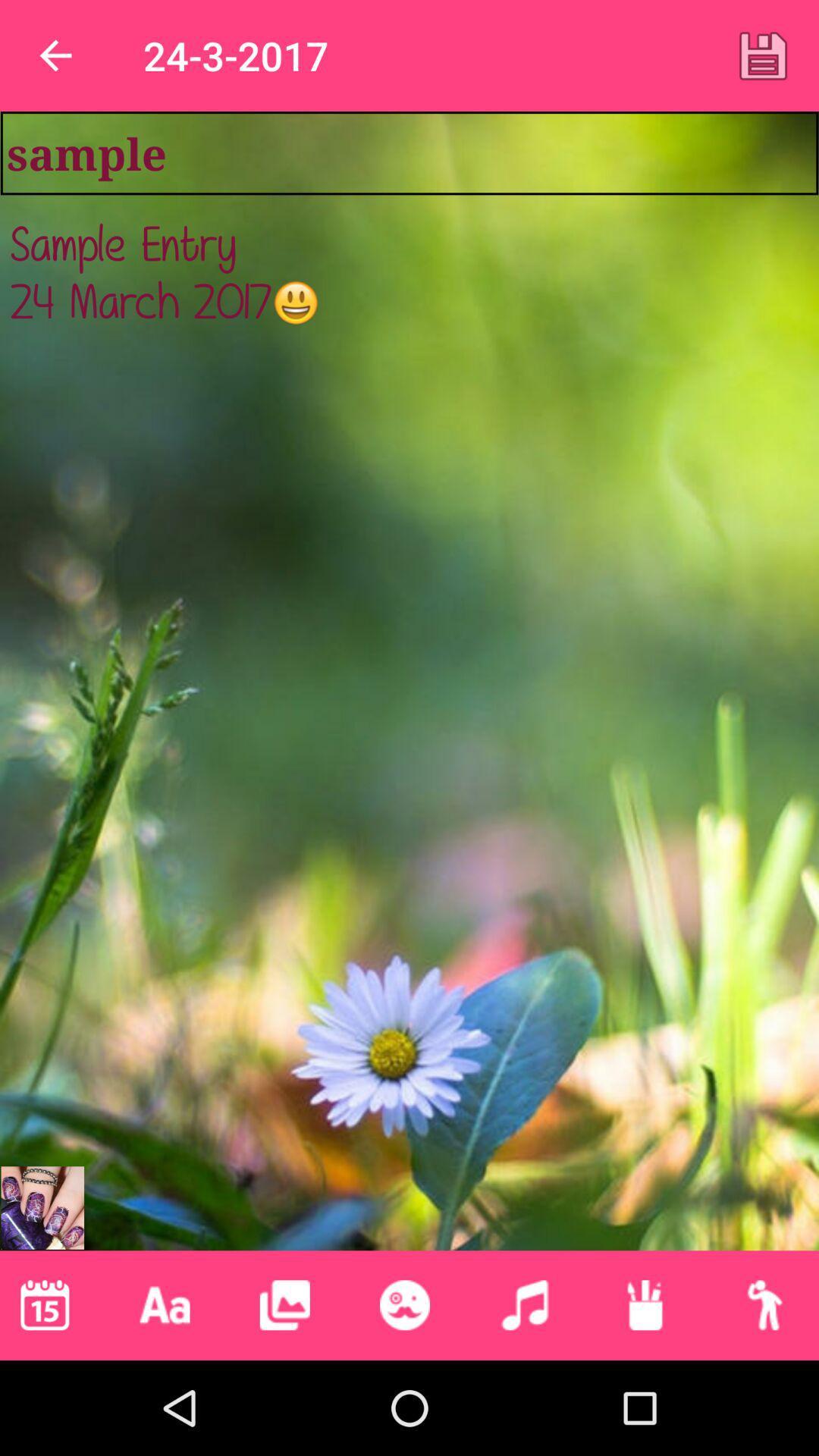 This screenshot has width=819, height=1456. Describe the element at coordinates (763, 55) in the screenshot. I see `the item next to 24-3-2017 app` at that location.